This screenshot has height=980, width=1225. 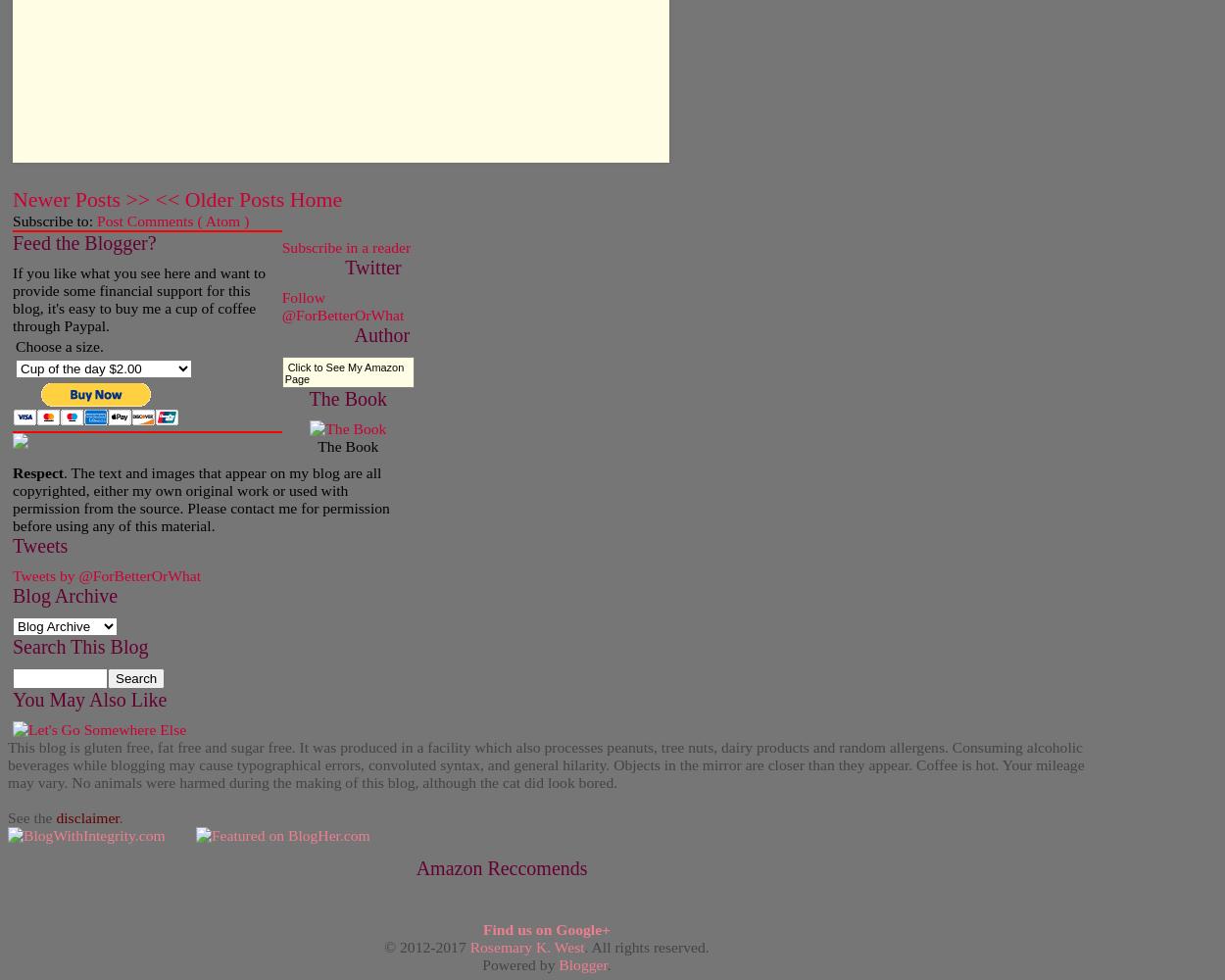 What do you see at coordinates (88, 698) in the screenshot?
I see `'You May Also Like'` at bounding box center [88, 698].